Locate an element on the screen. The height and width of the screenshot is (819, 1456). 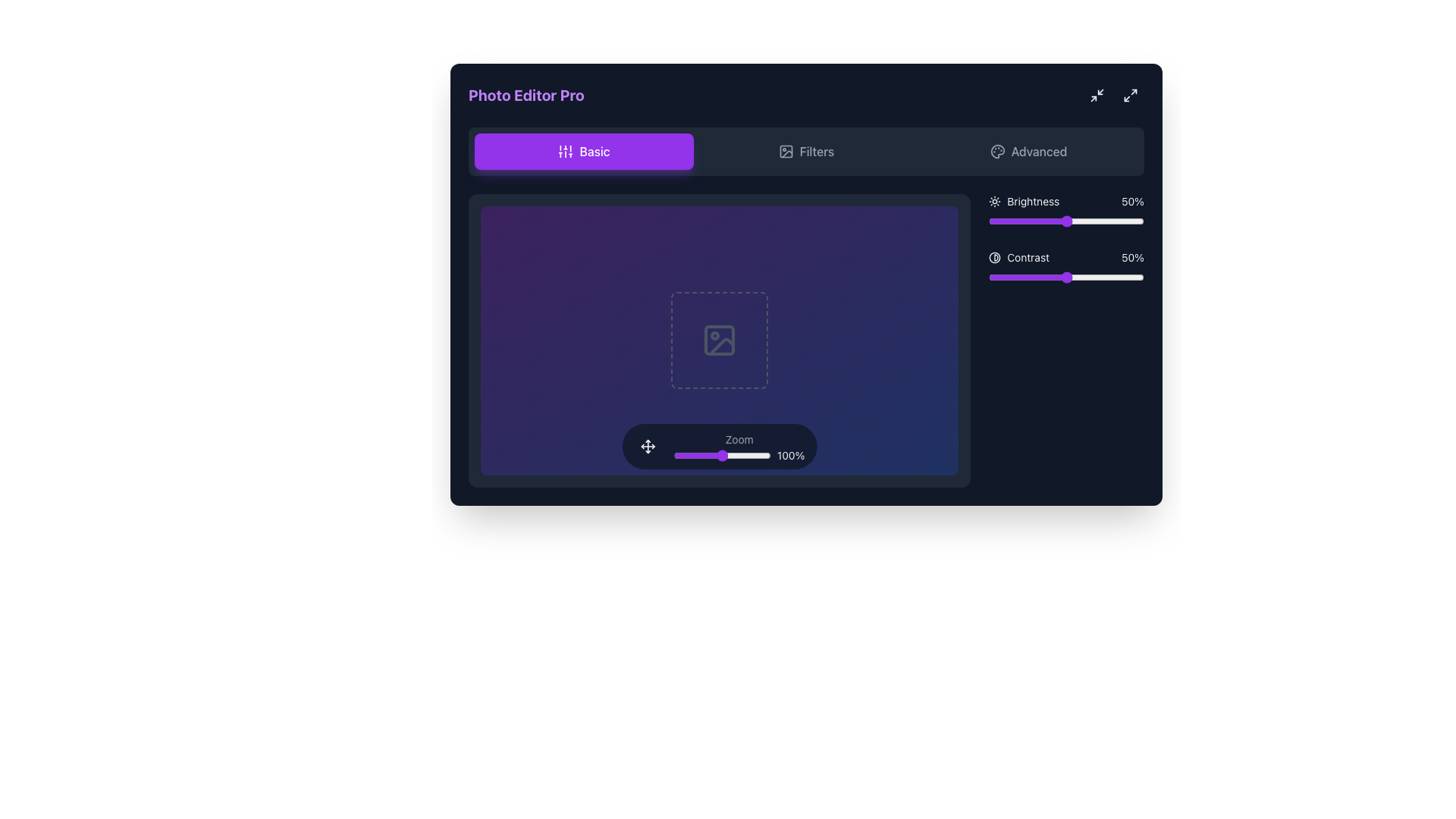
the 'Brightness' text display which shows '50%' indicating the current brightness level, located in the right pane above the brightness adjustment slider is located at coordinates (1065, 201).